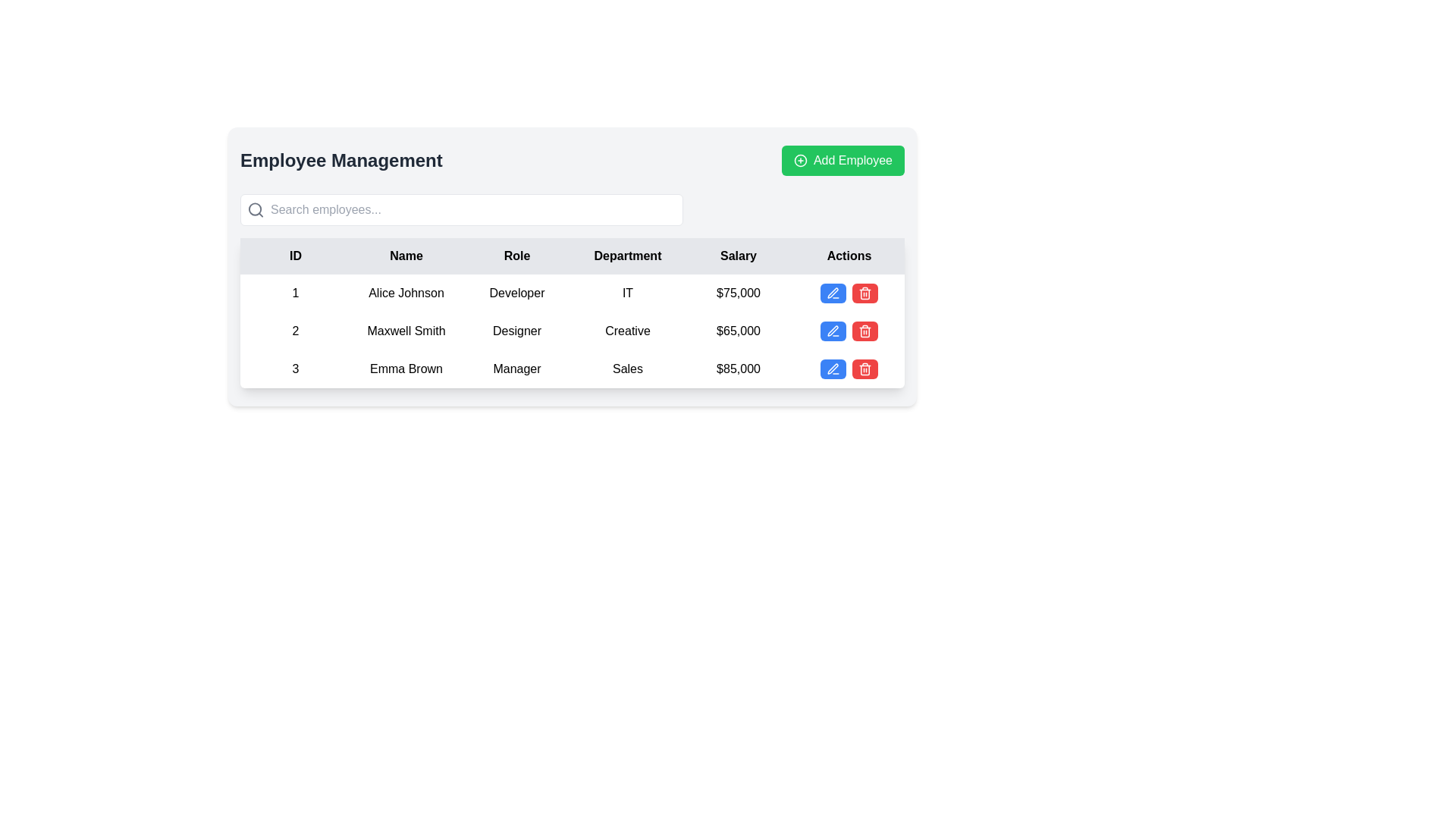 The height and width of the screenshot is (819, 1456). What do you see at coordinates (739, 330) in the screenshot?
I see `the static text displaying the salary amount '$65,000' located in the 'Salary' column of the second row in the employee details table` at bounding box center [739, 330].